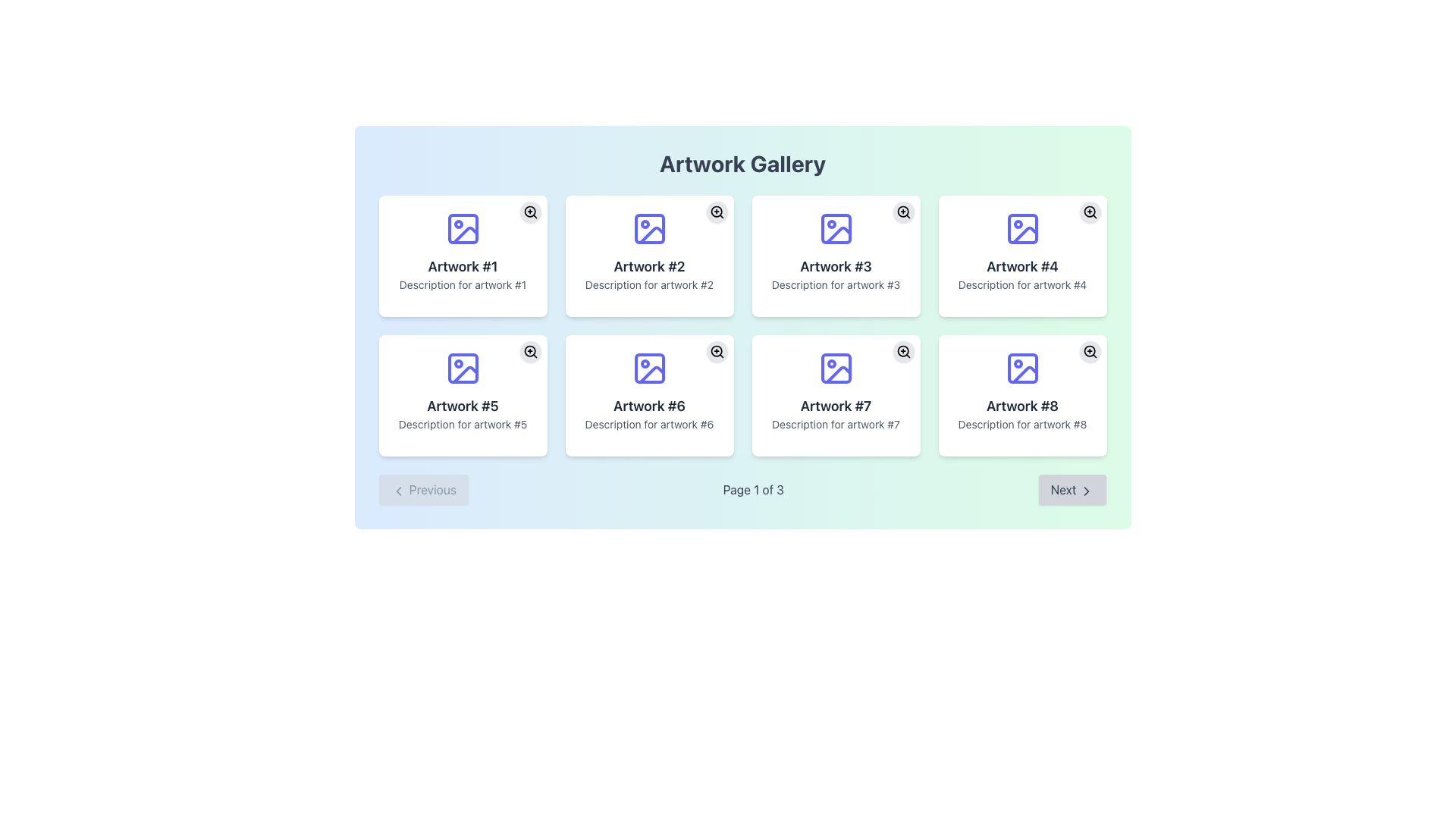 The height and width of the screenshot is (819, 1456). I want to click on static text label 'Artwork #7', which is styled in bold and larger size, located in the second row of artwork cards, specifically in the third card from the left, above the description text, so click(835, 406).